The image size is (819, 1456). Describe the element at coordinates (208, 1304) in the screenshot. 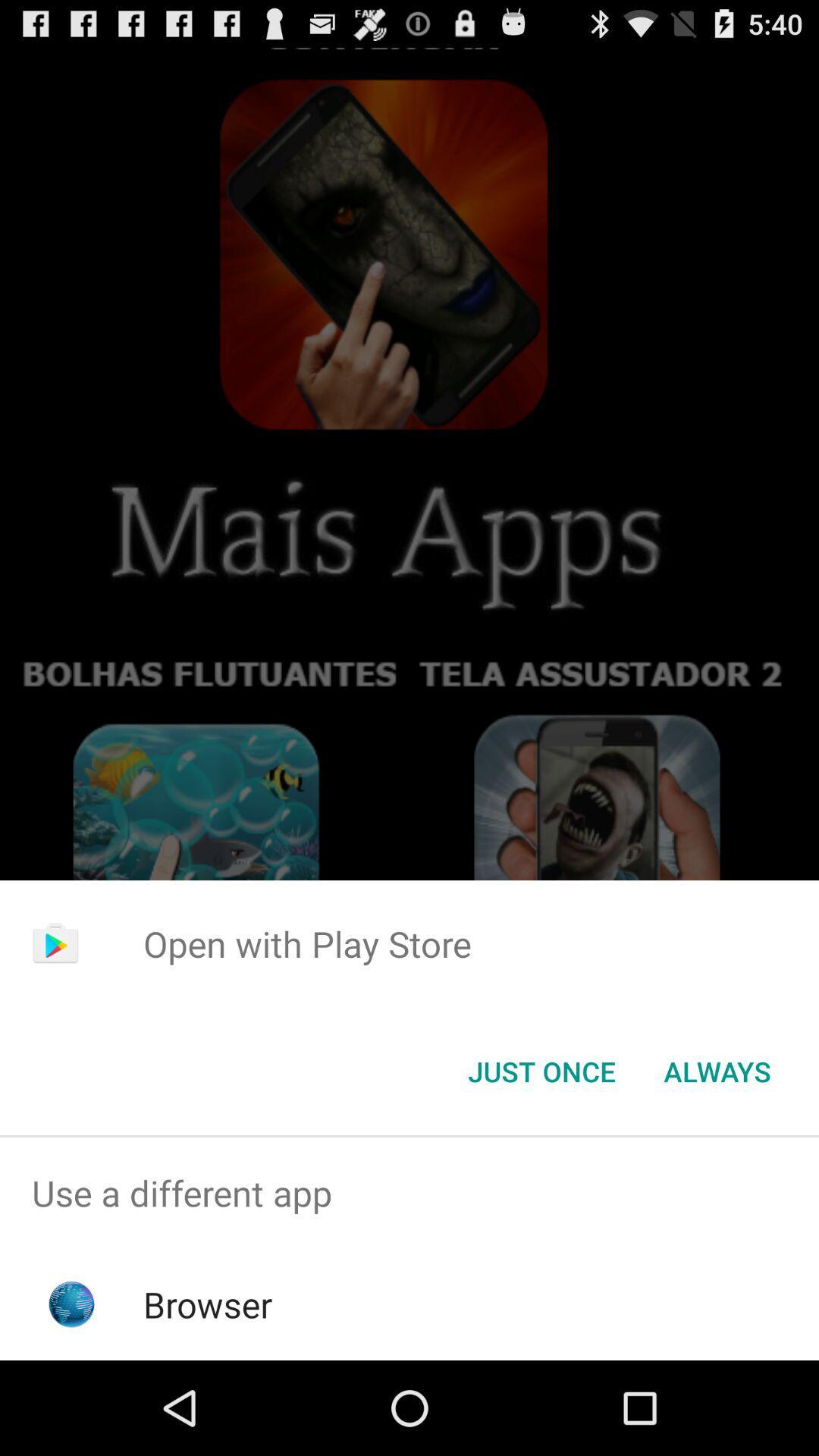

I see `item below use a different icon` at that location.